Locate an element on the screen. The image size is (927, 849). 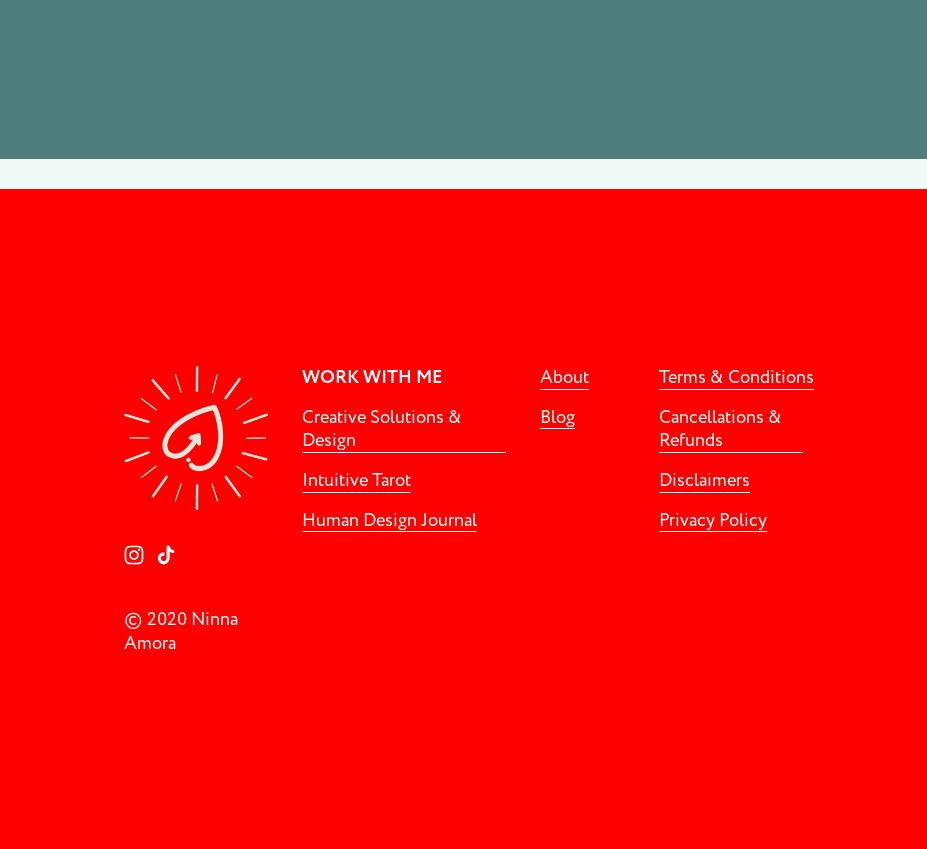
'Disclaimers' is located at coordinates (656, 479).